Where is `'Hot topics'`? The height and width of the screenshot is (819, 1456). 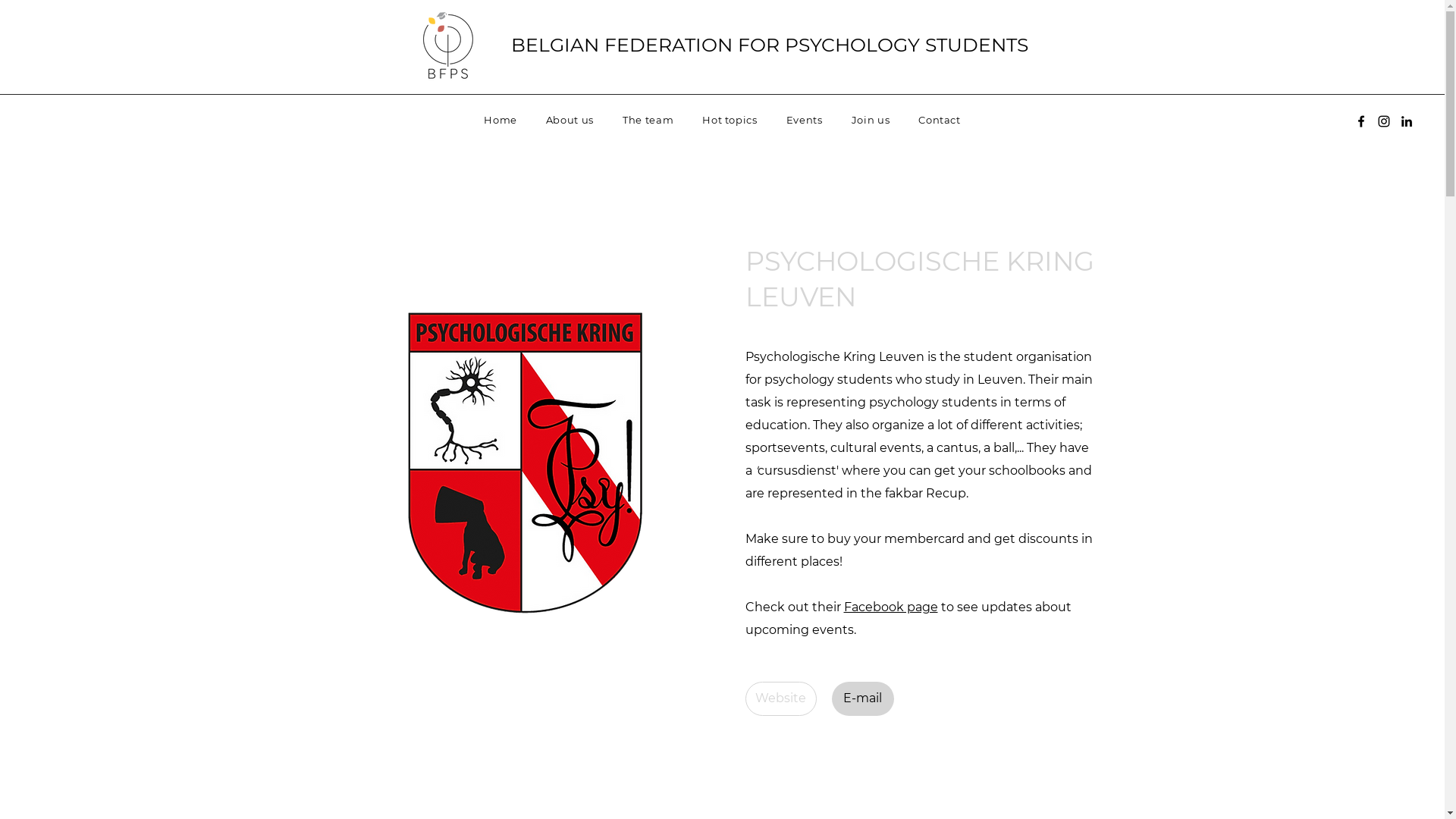 'Hot topics' is located at coordinates (690, 119).